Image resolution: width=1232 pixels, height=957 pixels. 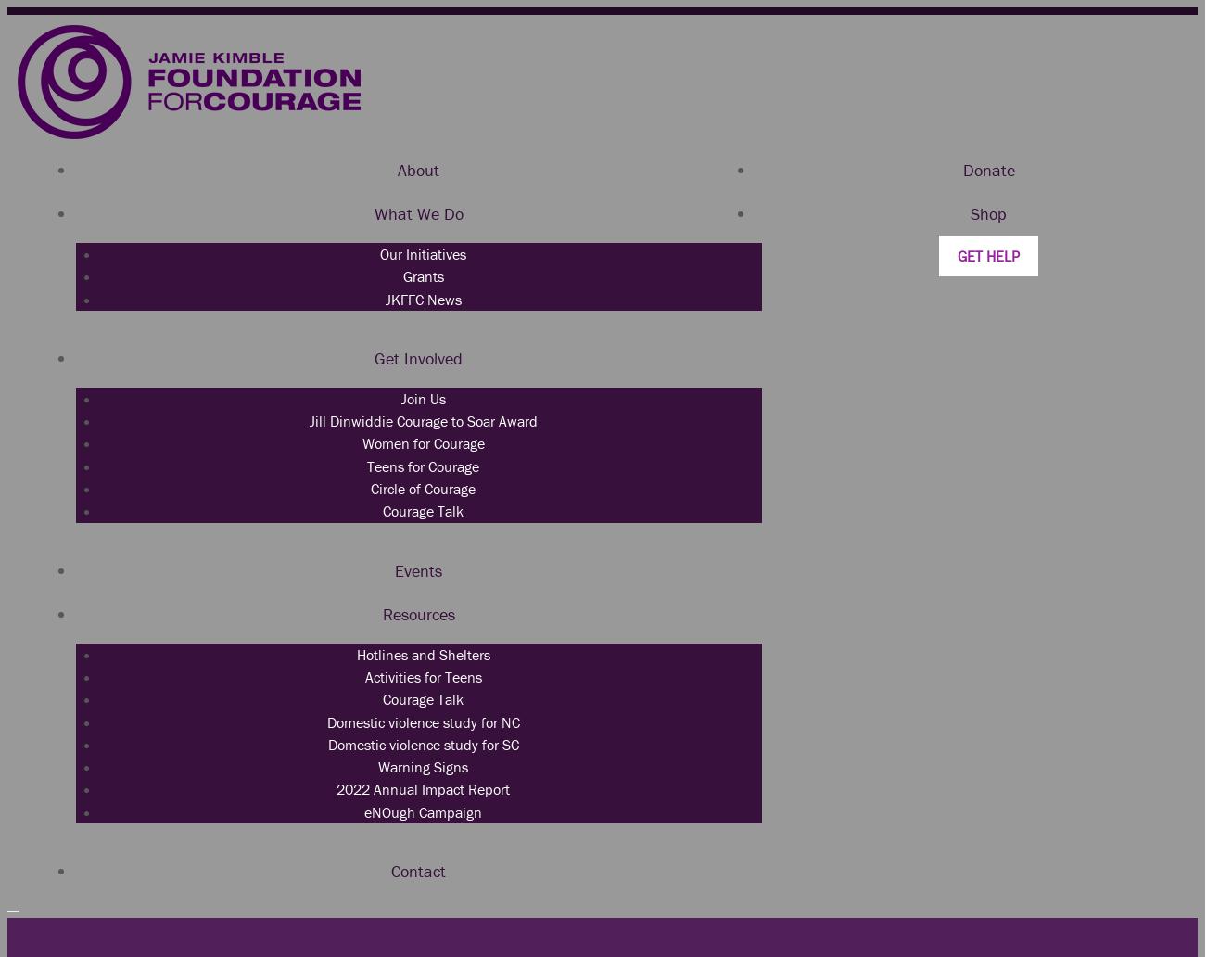 What do you see at coordinates (421, 419) in the screenshot?
I see `'Jill Dinwiddie Courage to Soar Award'` at bounding box center [421, 419].